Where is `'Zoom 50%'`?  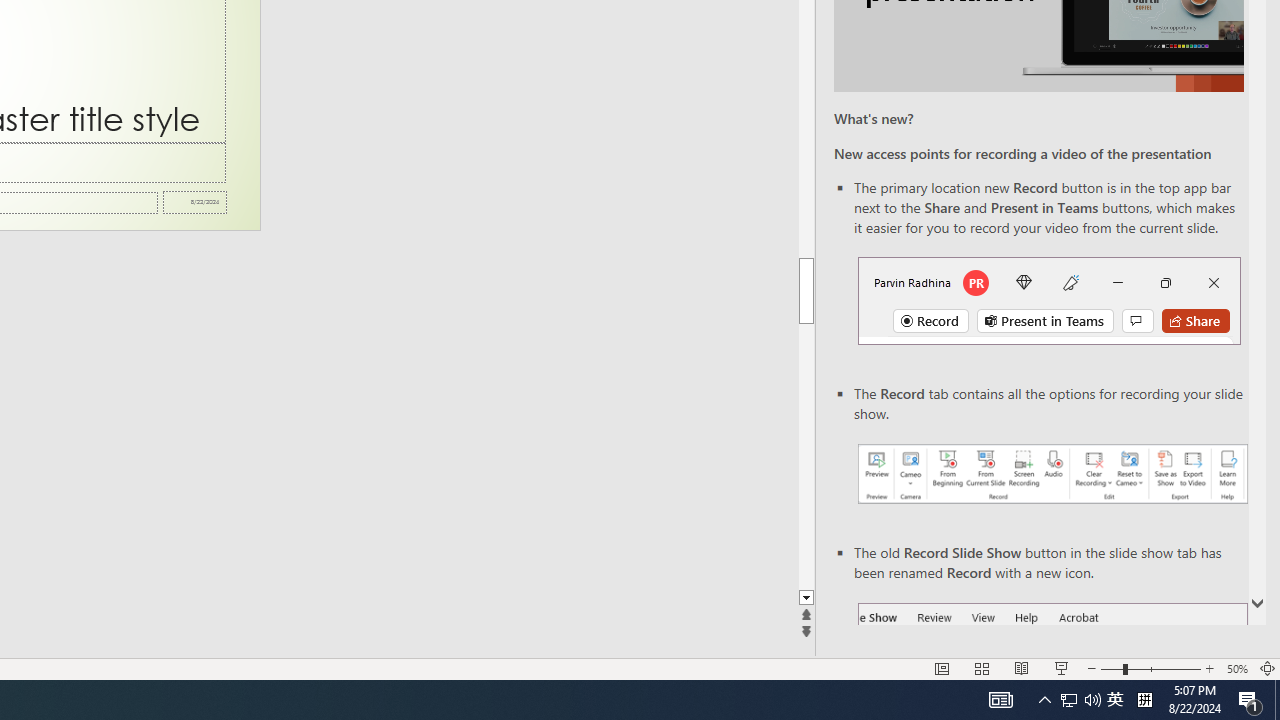
'Zoom 50%' is located at coordinates (1236, 669).